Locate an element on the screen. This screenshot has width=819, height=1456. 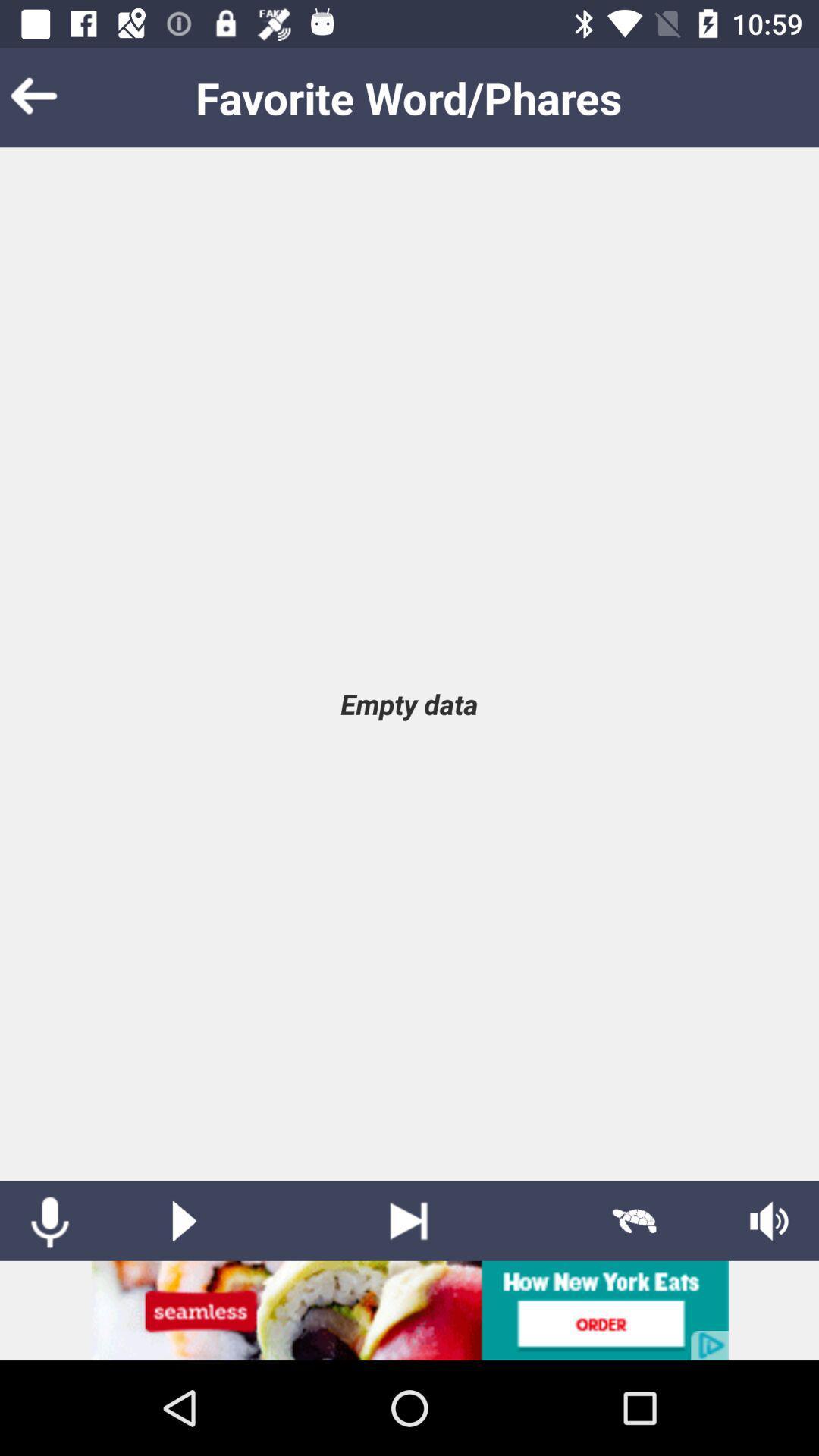
mute the microphone is located at coordinates (49, 1221).